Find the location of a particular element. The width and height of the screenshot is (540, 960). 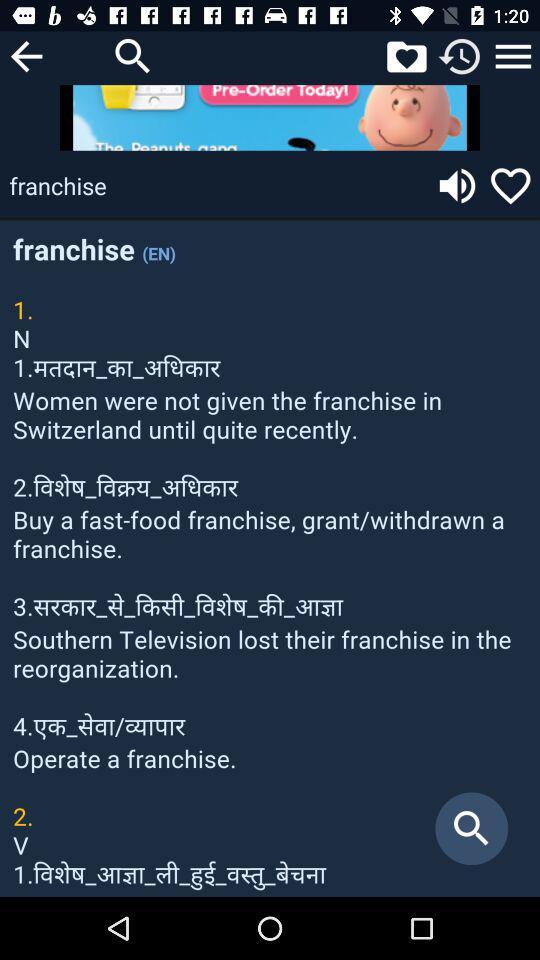

the arrow_backward icon is located at coordinates (25, 55).